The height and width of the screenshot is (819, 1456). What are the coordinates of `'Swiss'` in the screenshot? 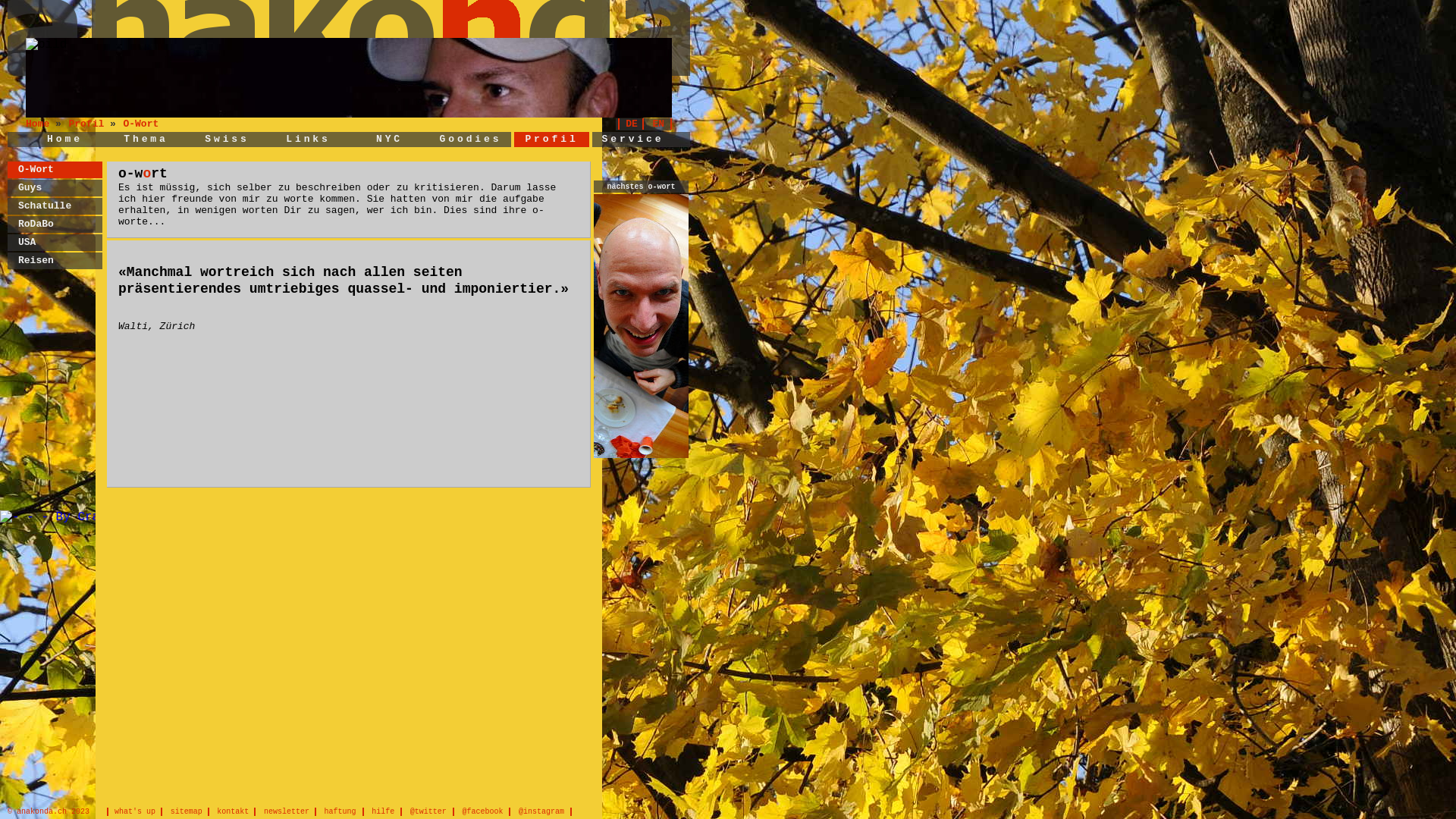 It's located at (226, 139).